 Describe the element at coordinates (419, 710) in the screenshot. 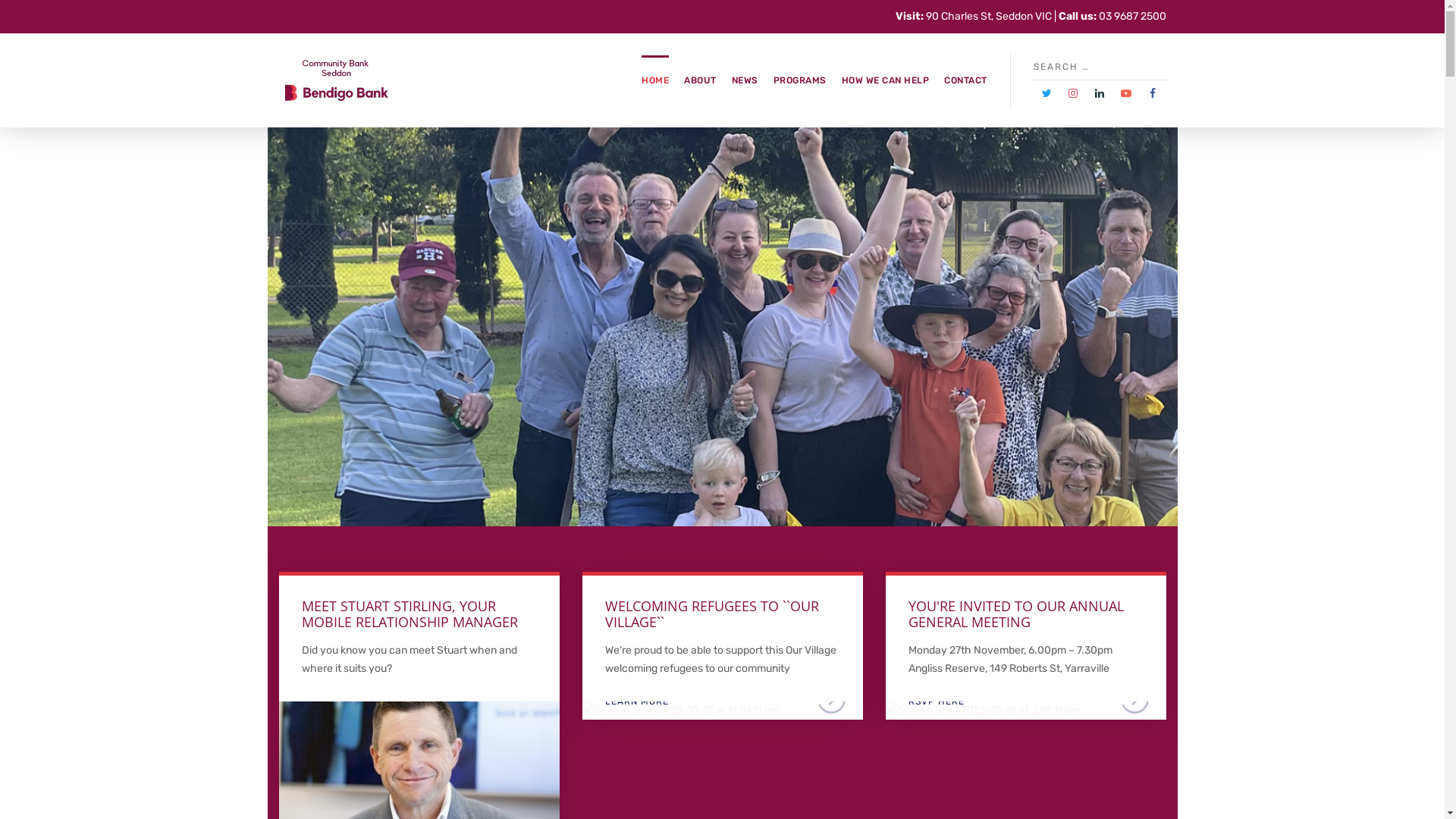

I see `'LEARN MORE'` at that location.